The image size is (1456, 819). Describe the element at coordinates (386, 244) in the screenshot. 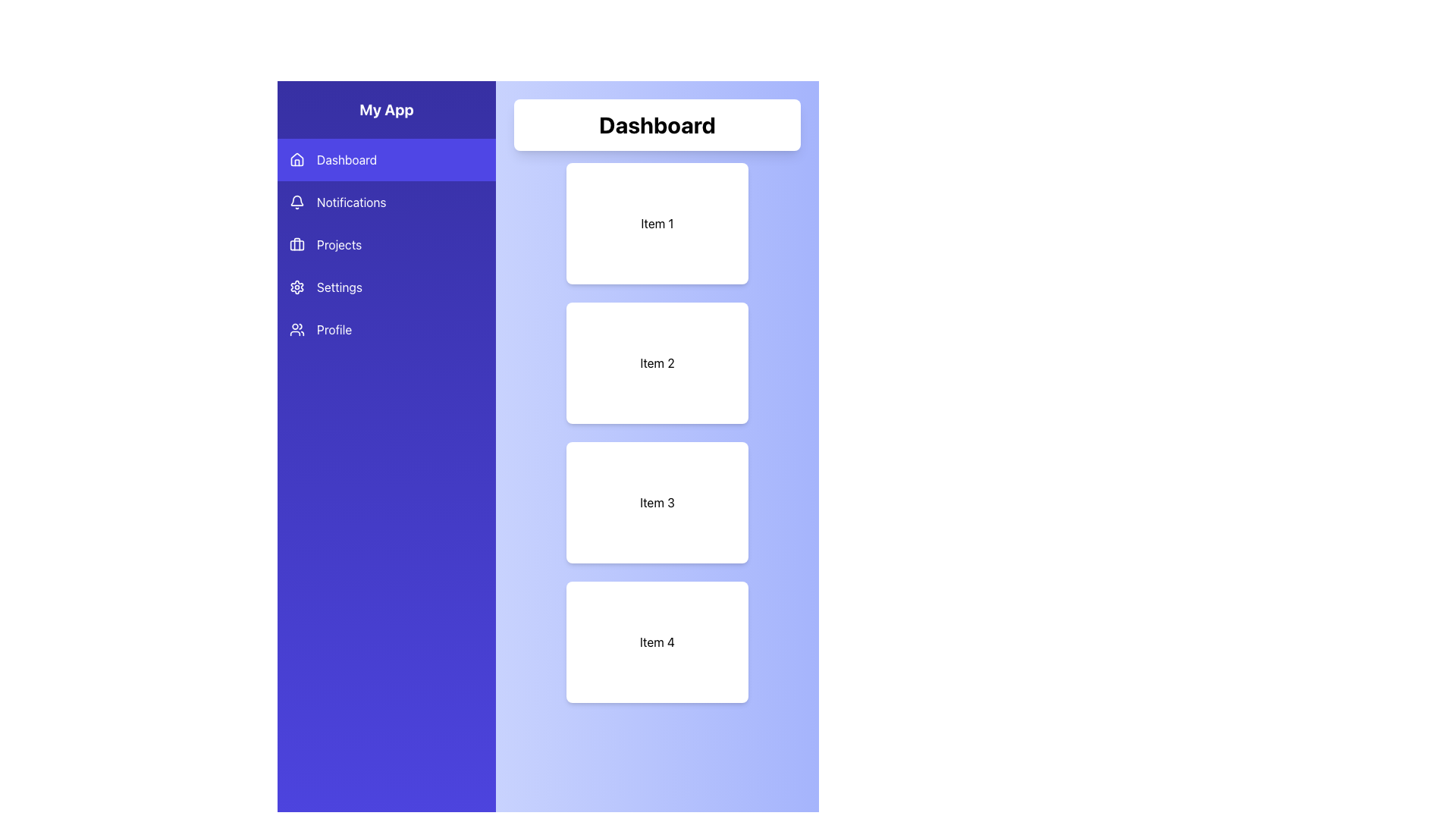

I see `the 'Projects' navigation link, which is the third item in the vertical navigation sidebar located below 'Dashboard' and 'Notifications'` at that location.